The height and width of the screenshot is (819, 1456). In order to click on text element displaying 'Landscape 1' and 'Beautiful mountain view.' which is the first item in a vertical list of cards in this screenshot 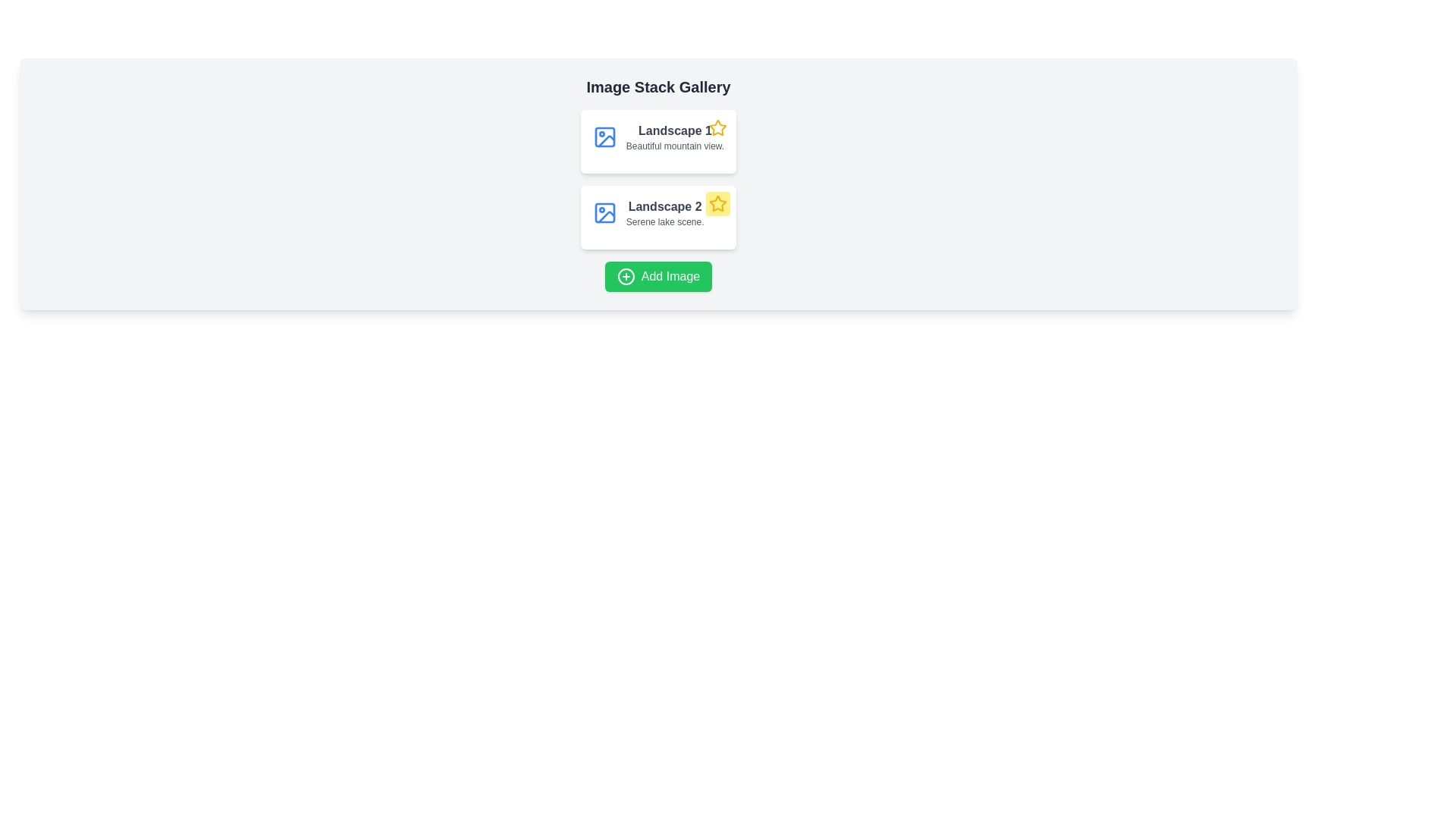, I will do `click(674, 137)`.